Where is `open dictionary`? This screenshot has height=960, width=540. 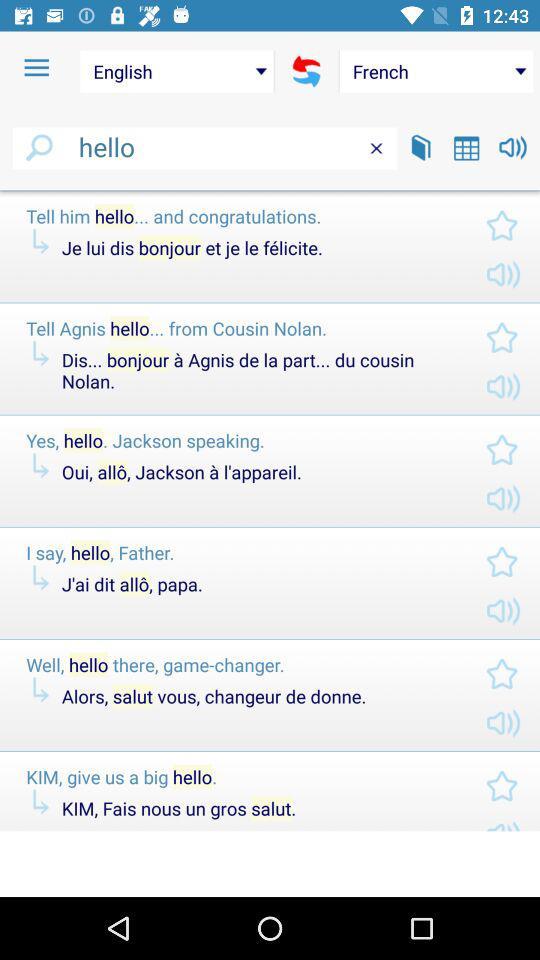
open dictionary is located at coordinates (420, 146).